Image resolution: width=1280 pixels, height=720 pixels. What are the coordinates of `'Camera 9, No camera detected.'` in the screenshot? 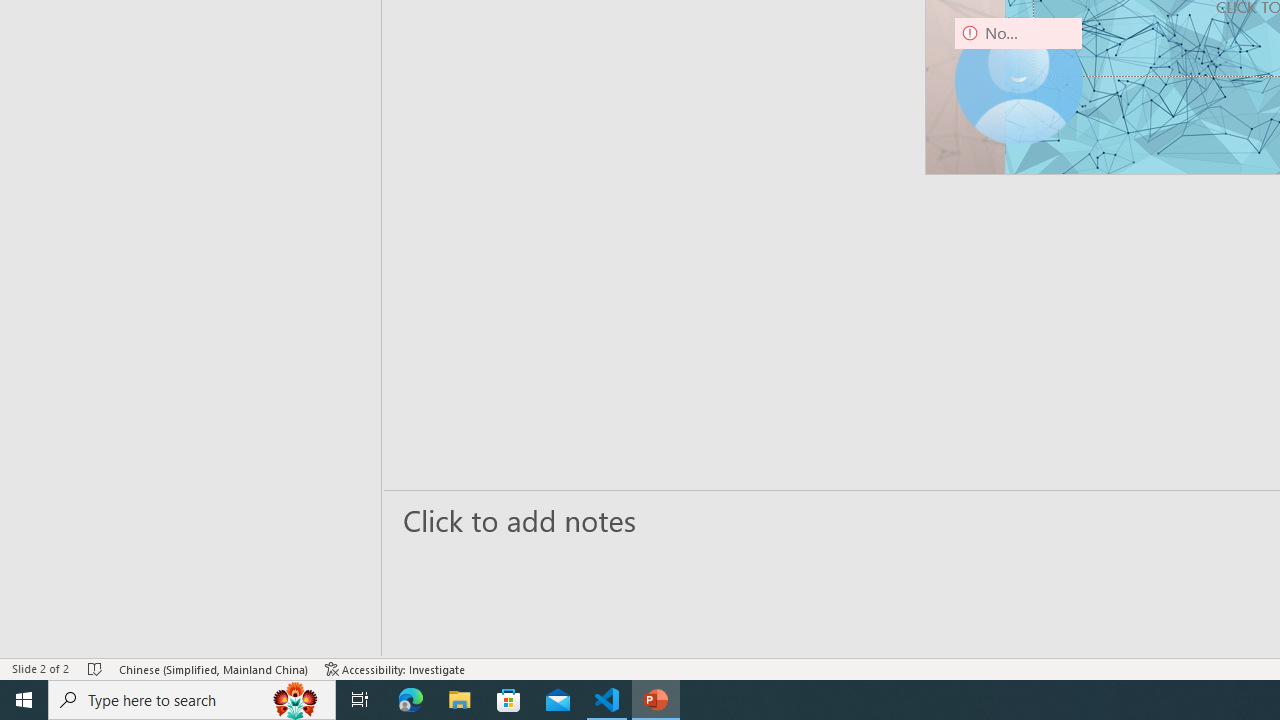 It's located at (1018, 80).